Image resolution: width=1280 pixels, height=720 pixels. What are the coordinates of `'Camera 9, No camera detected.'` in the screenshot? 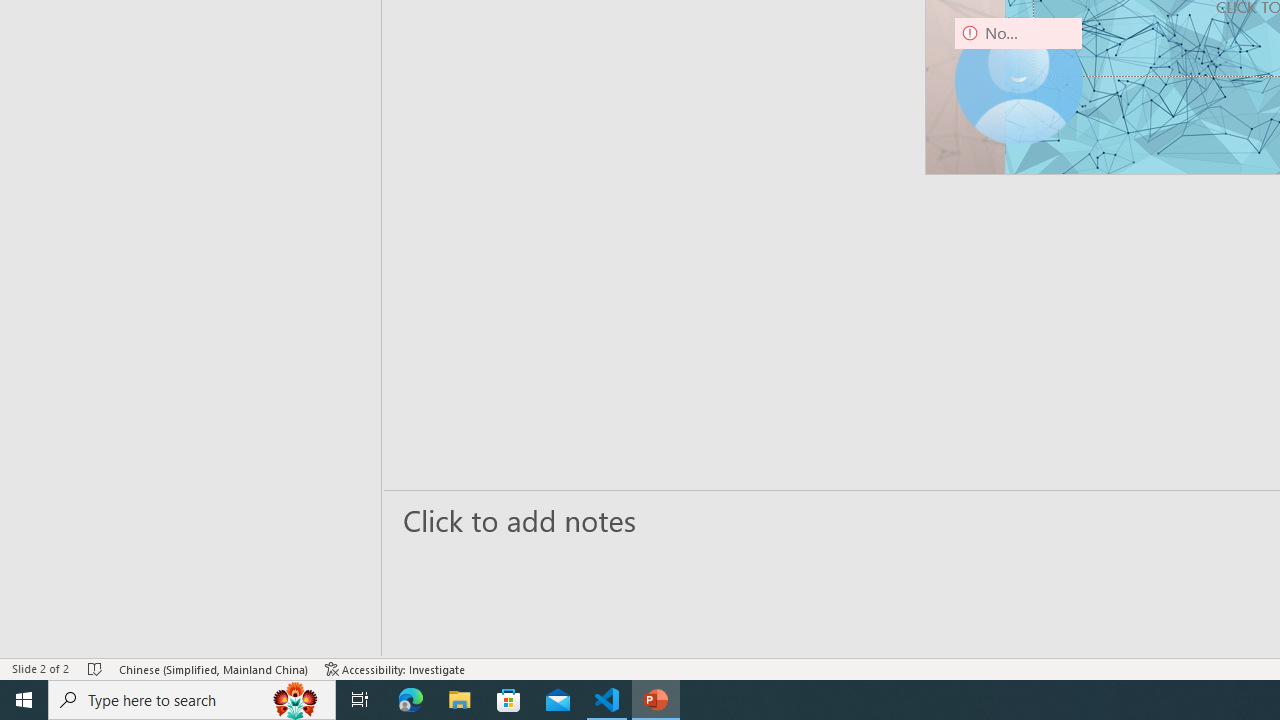 It's located at (1018, 80).